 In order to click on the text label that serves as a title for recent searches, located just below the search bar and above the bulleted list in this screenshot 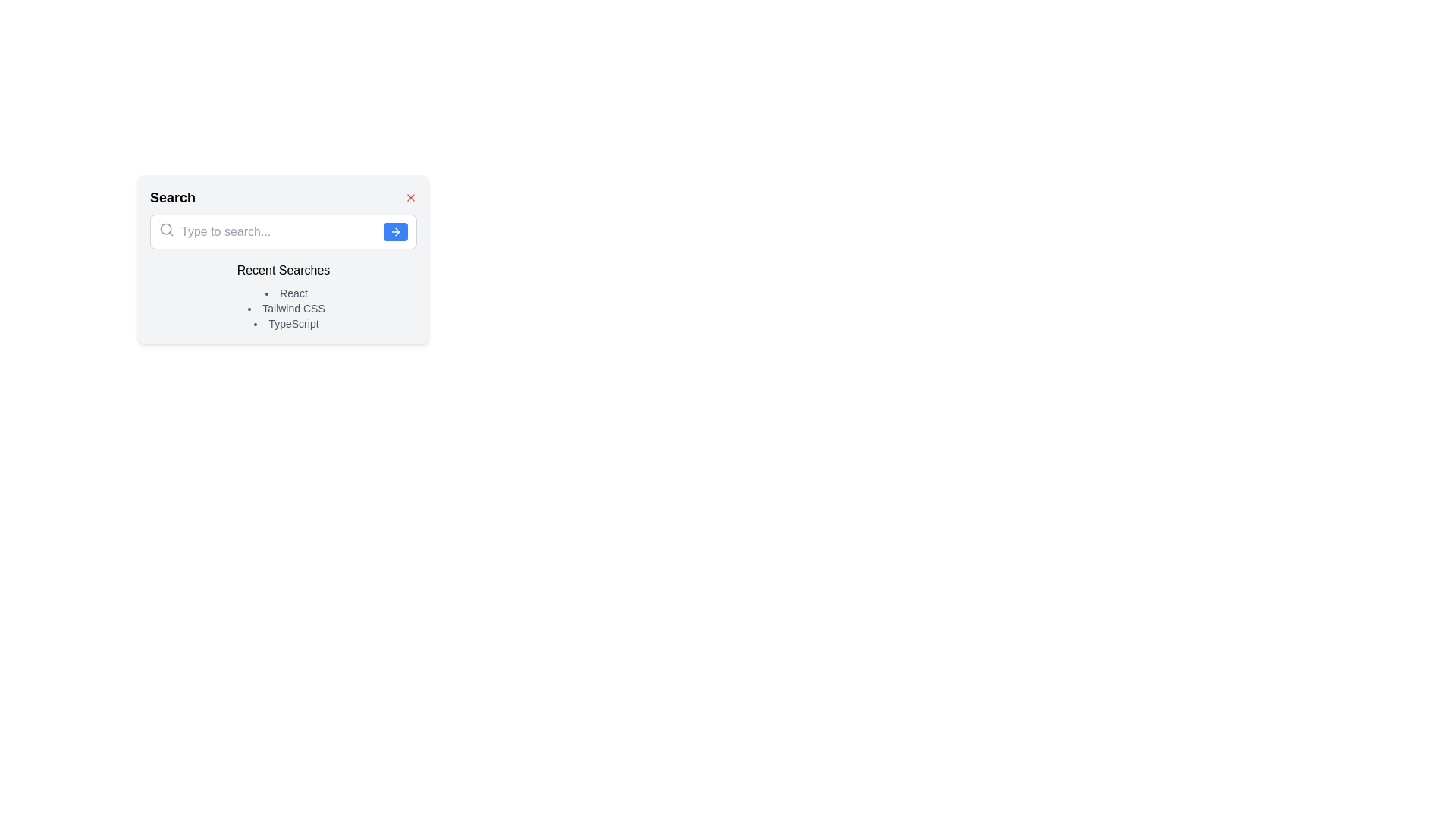, I will do `click(284, 270)`.